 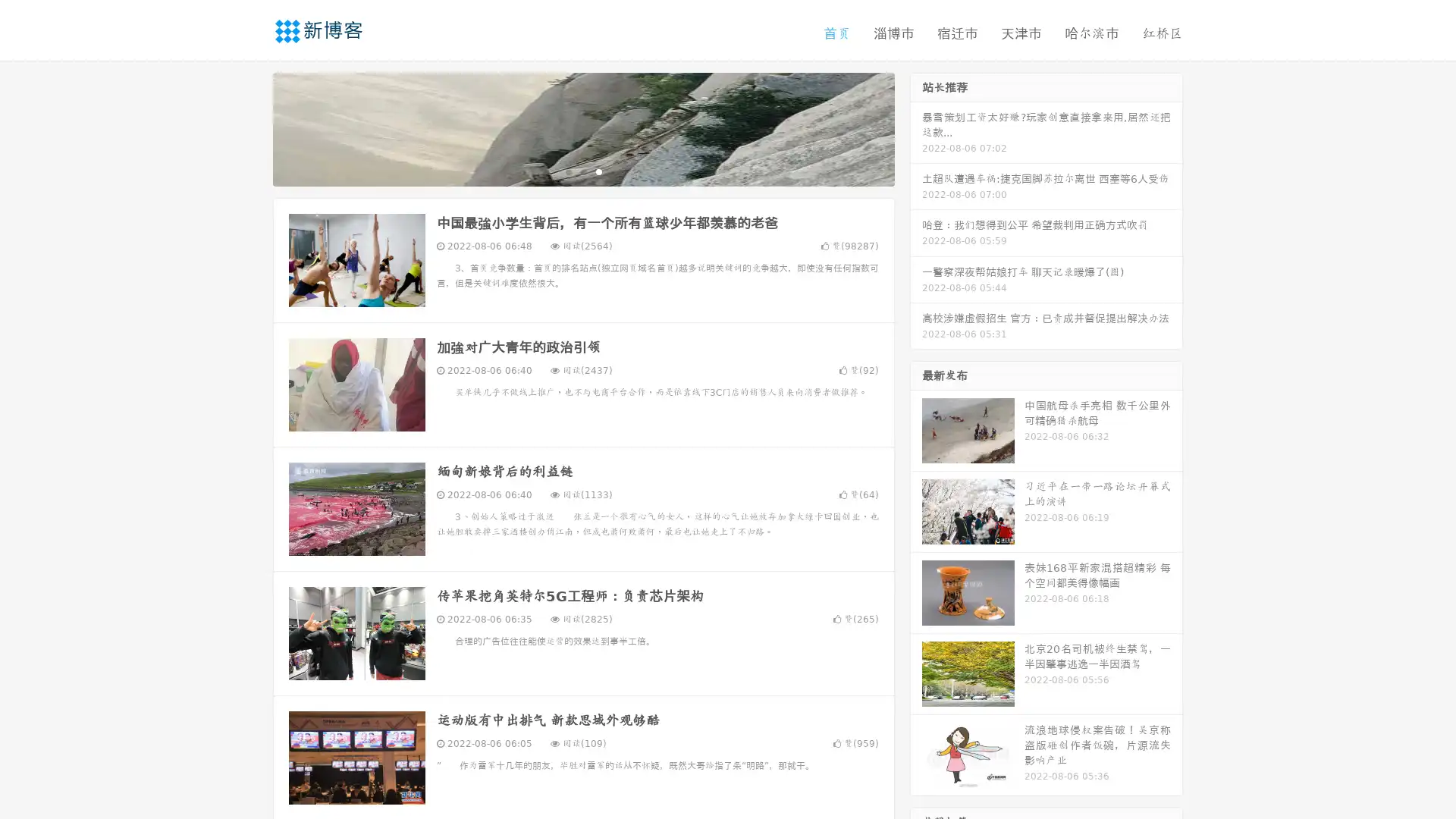 What do you see at coordinates (567, 171) in the screenshot?
I see `Go to slide 1` at bounding box center [567, 171].